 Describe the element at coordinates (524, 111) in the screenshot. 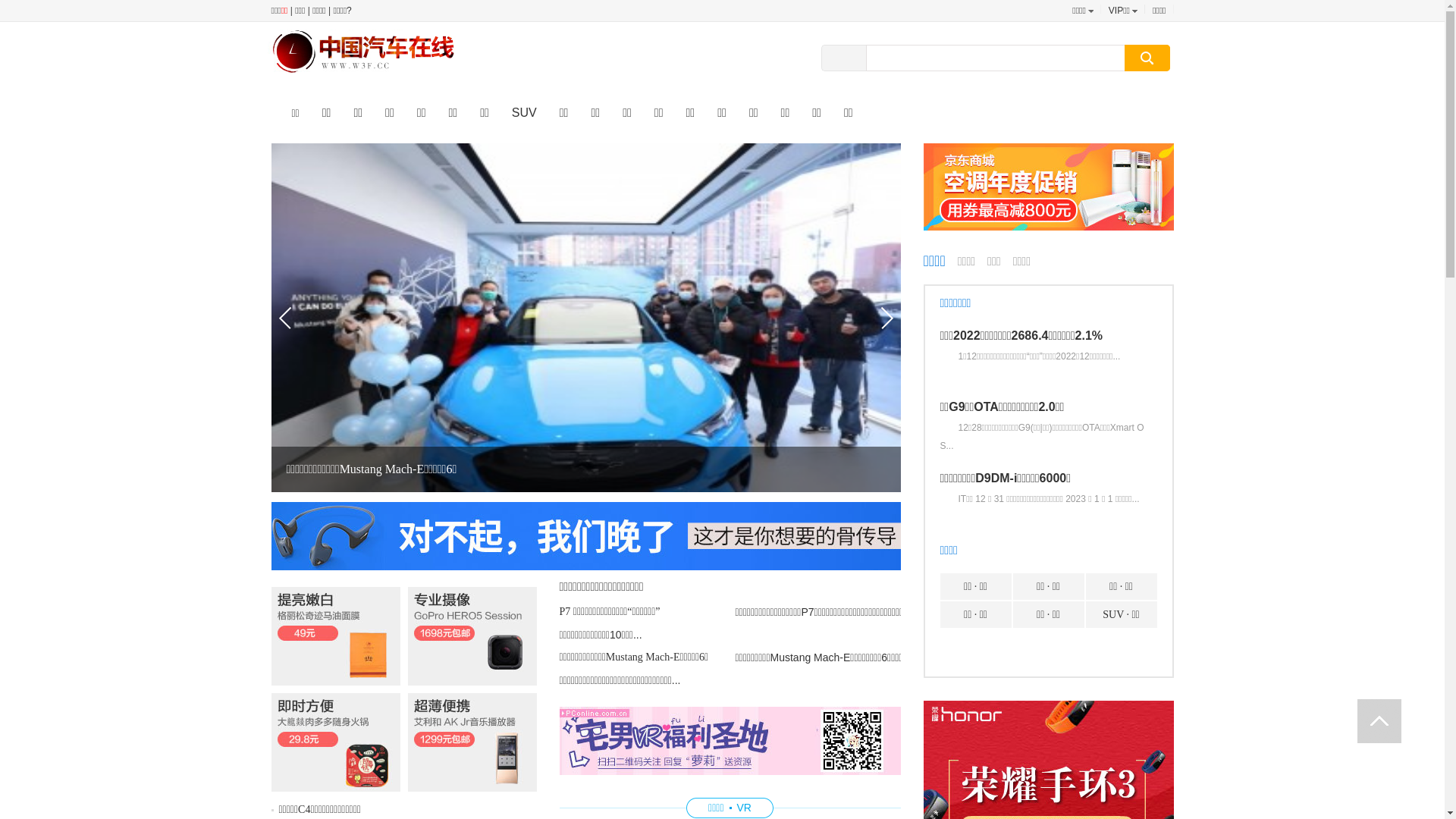

I see `'SUV'` at that location.